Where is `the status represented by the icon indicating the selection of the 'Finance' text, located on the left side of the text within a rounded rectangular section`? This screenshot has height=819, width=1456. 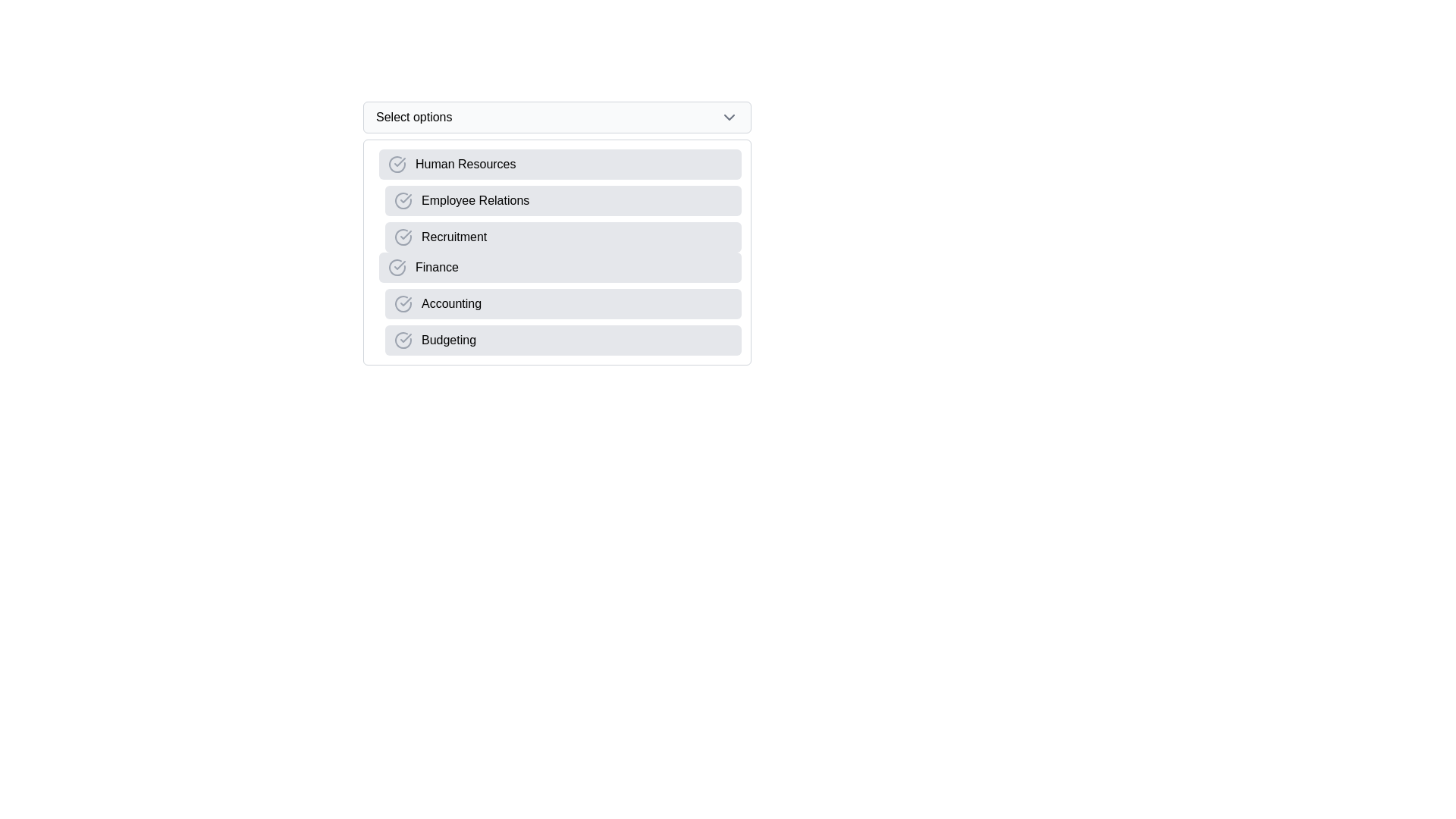 the status represented by the icon indicating the selection of the 'Finance' text, located on the left side of the text within a rounded rectangular section is located at coordinates (397, 267).